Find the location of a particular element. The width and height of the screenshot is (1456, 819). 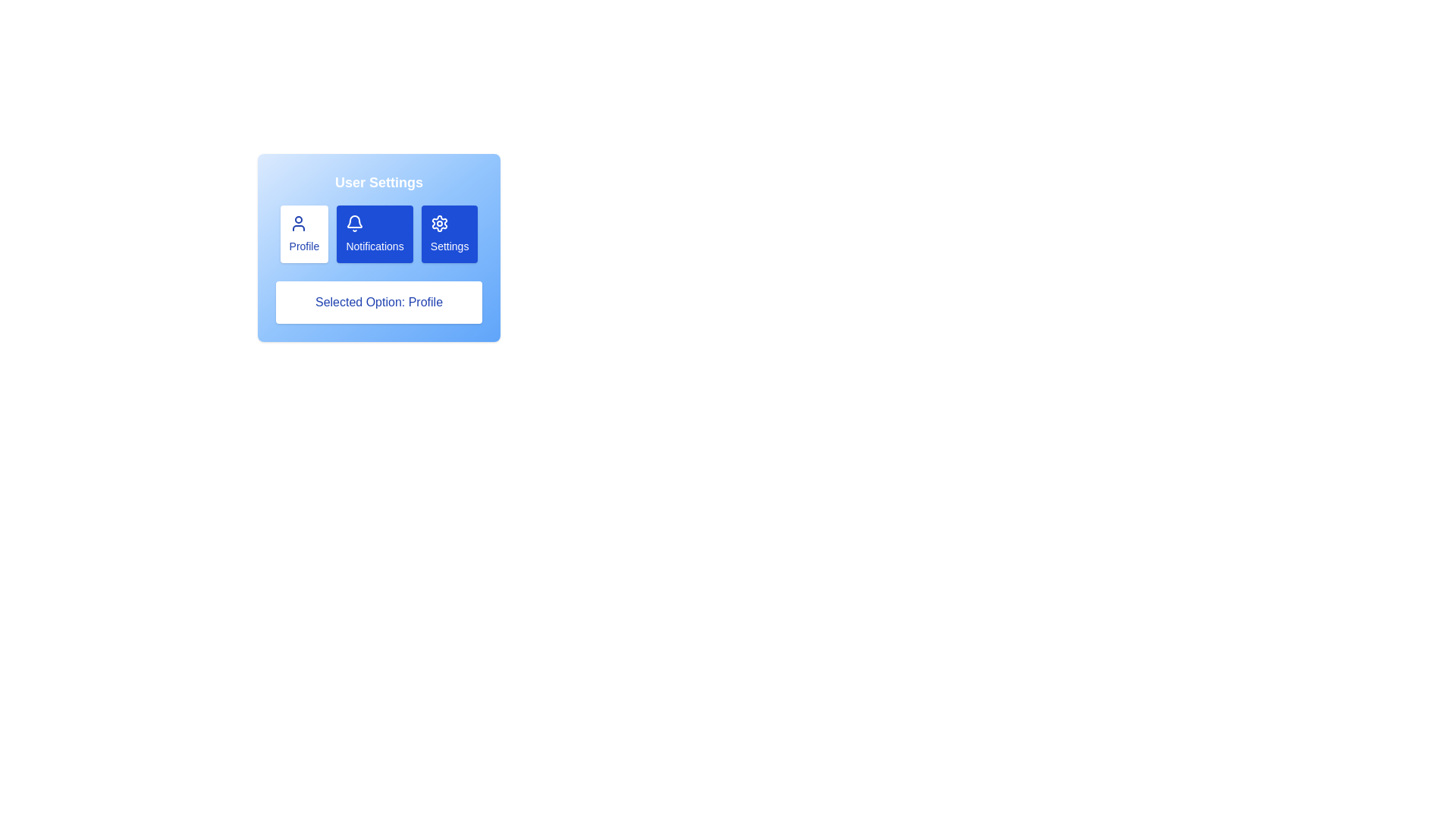

the button corresponding to the Notifications section is located at coordinates (375, 234).